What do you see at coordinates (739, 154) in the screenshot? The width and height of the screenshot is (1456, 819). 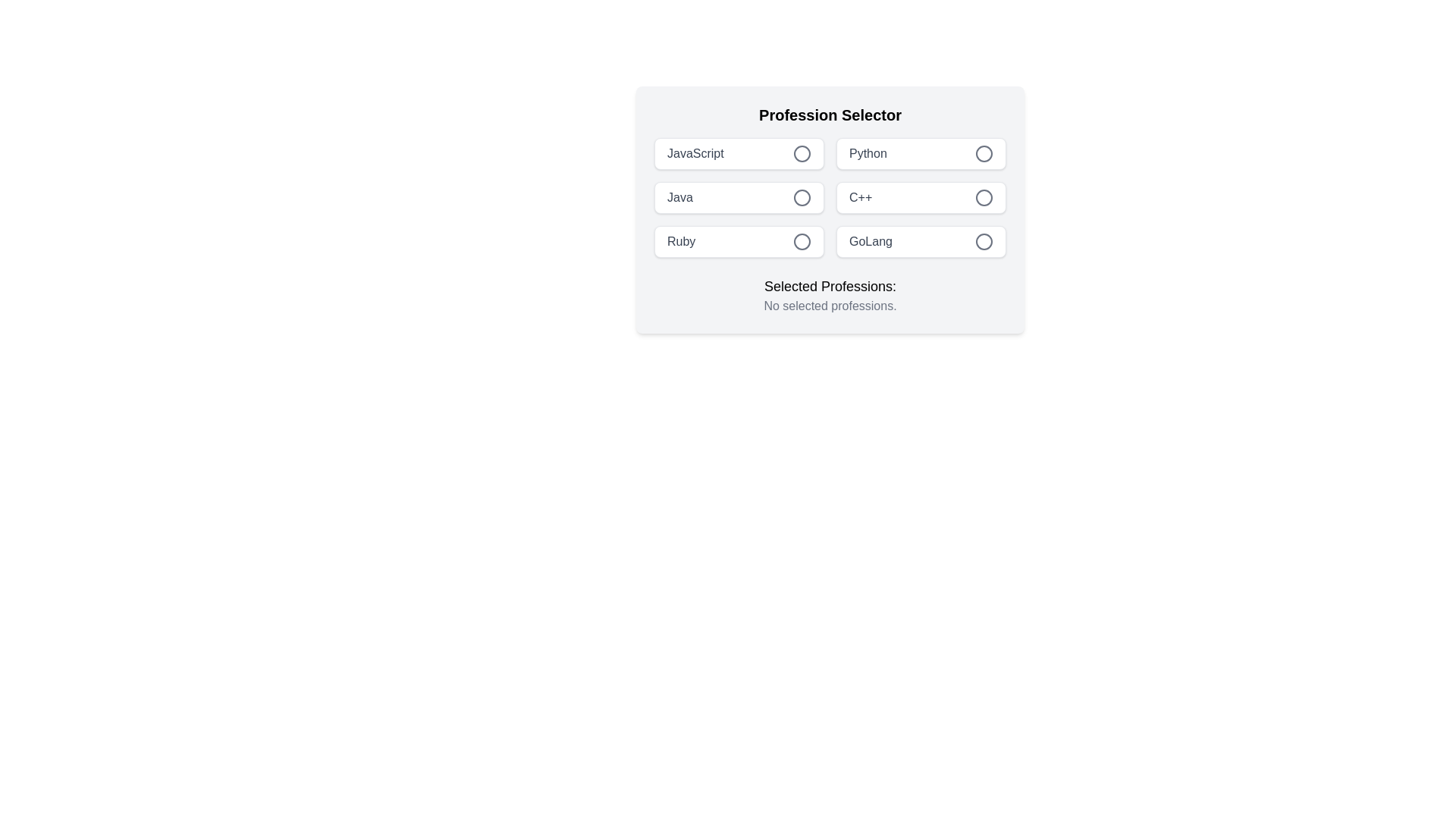 I see `the selectable option labeled 'JavaScript', which is a rectangular button with rounded corners and a white background, located in the upper-left corner of the grid layout` at bounding box center [739, 154].